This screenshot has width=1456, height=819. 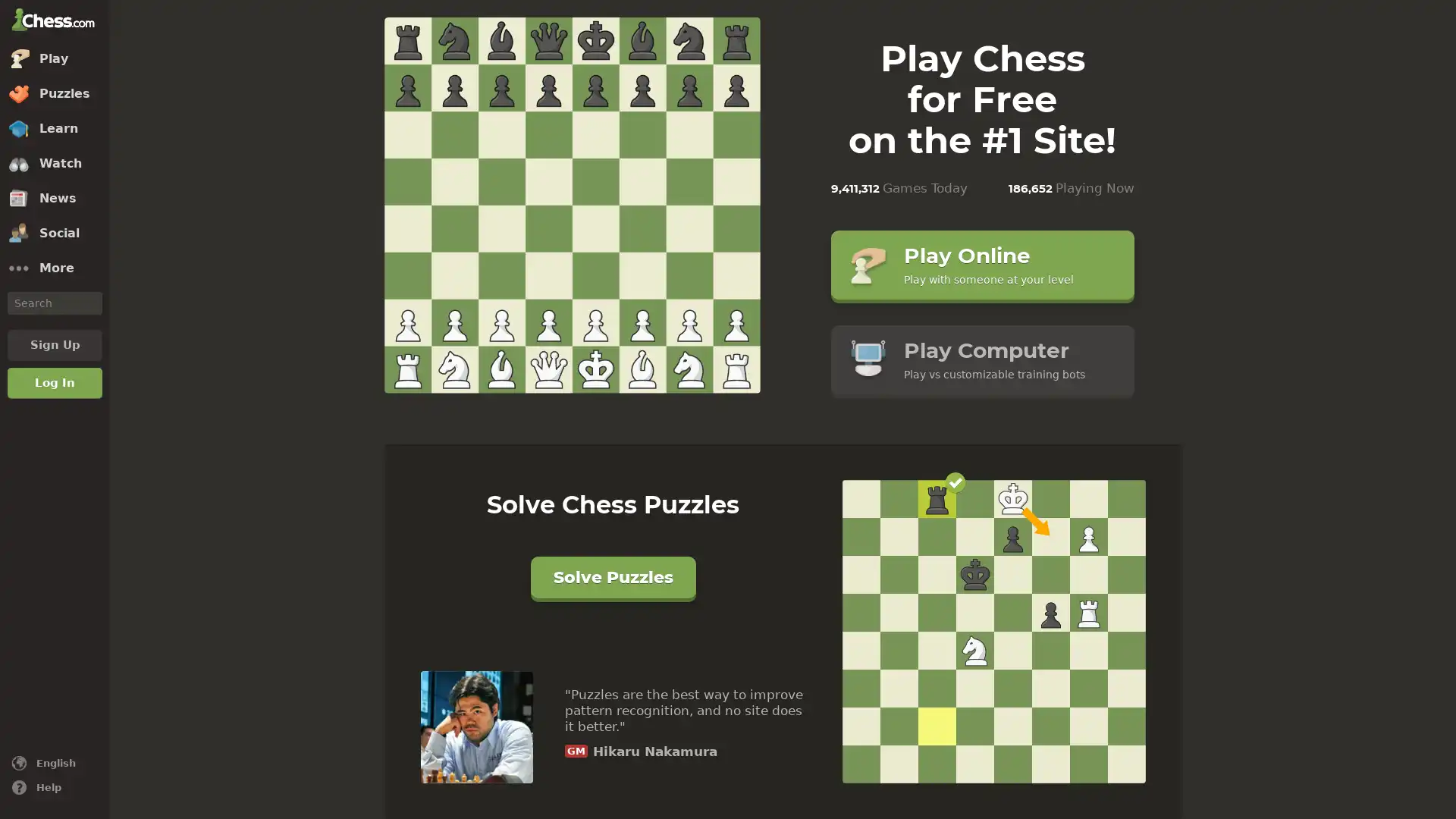 What do you see at coordinates (982, 263) in the screenshot?
I see `Play Online Play with someone at your level` at bounding box center [982, 263].